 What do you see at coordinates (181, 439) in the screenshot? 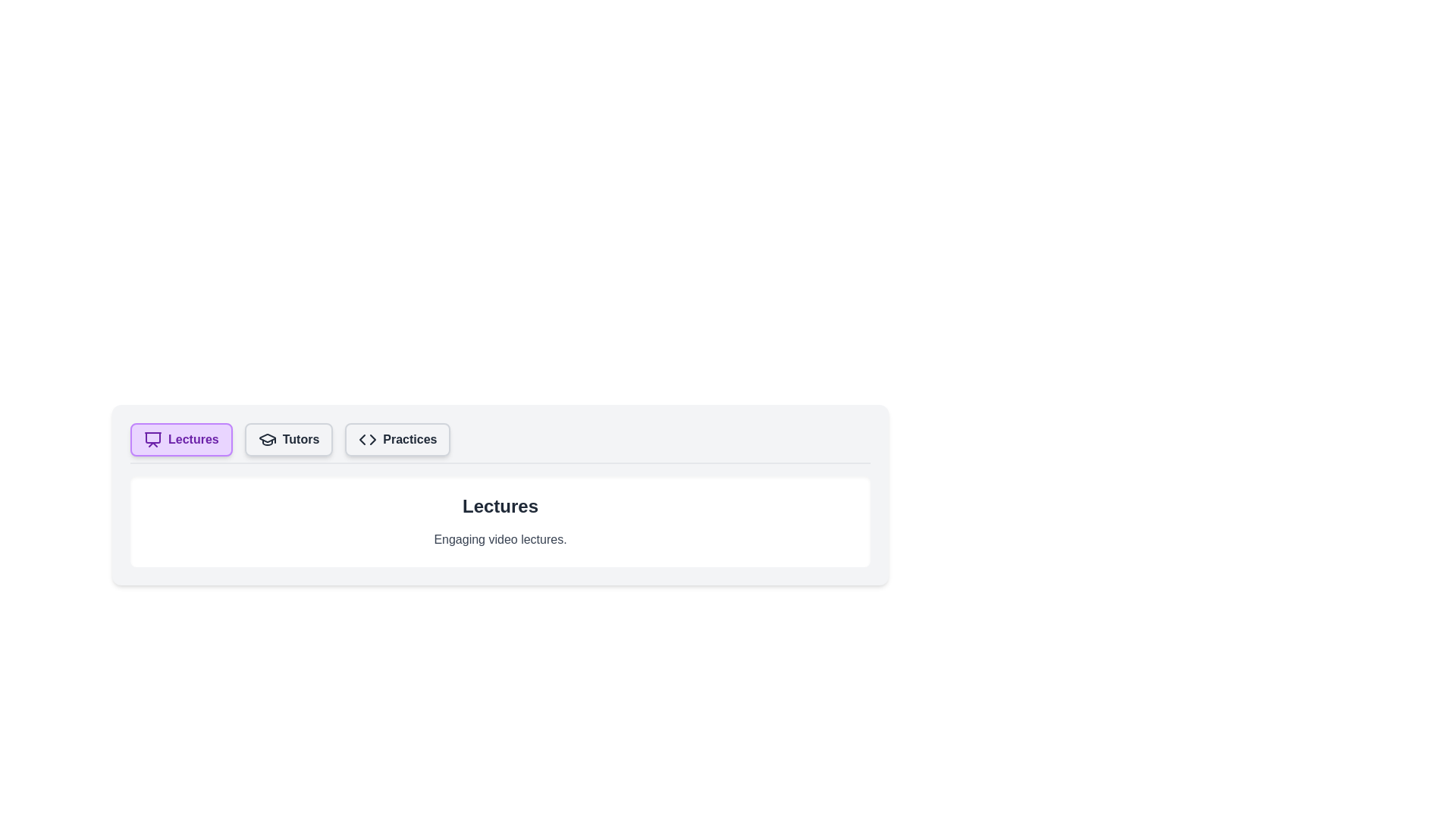
I see `the 'Lectures' button, which is the first button in the horizontal navigation bar with a soft purple background and purple text` at bounding box center [181, 439].